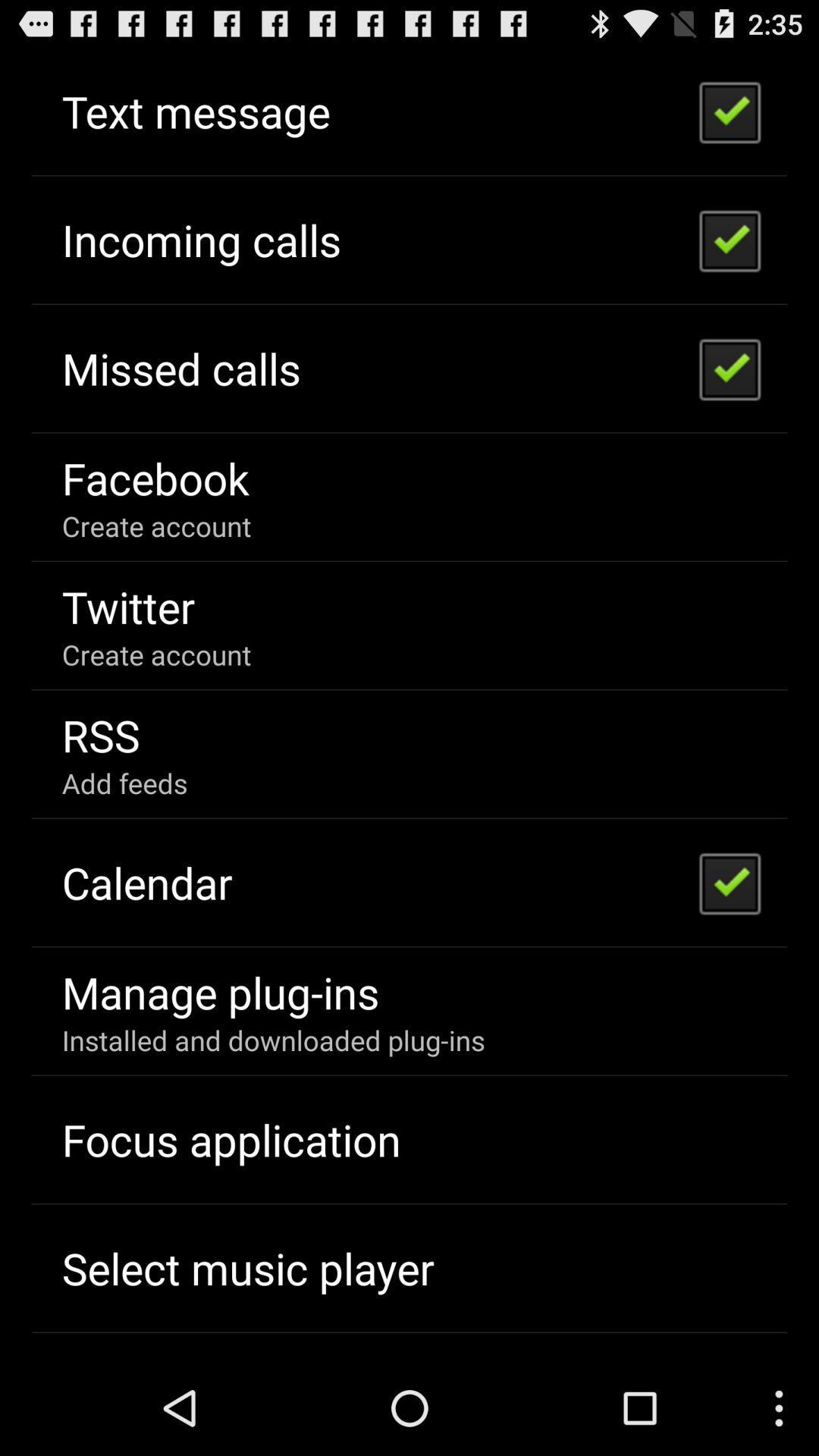  I want to click on the item above the missed calls app, so click(200, 239).